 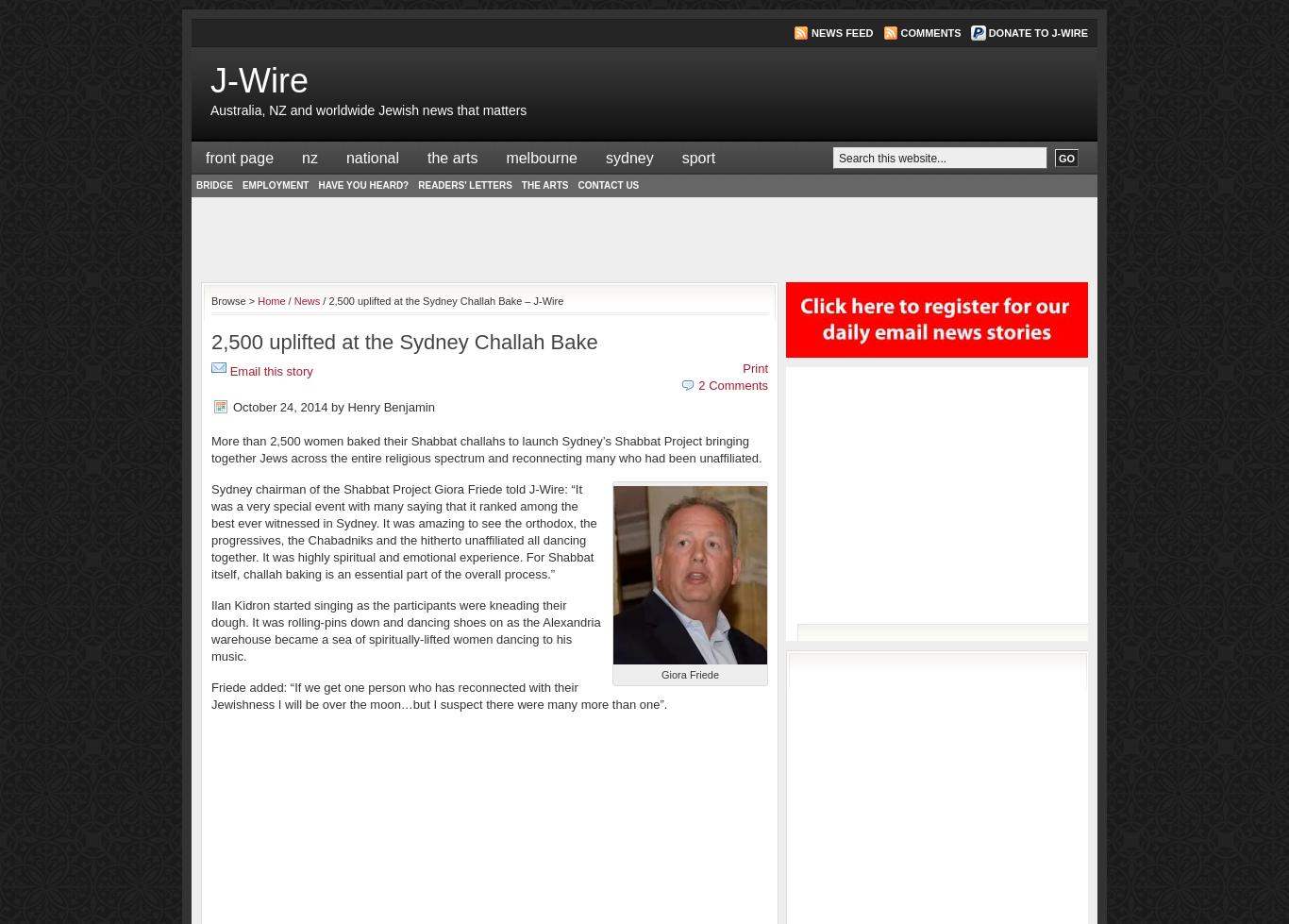 What do you see at coordinates (439, 695) in the screenshot?
I see `'Friede added: “If we get one person who has reconnected with their Jewishness I will be over the moon…but I suspect there were many more than one”.'` at bounding box center [439, 695].